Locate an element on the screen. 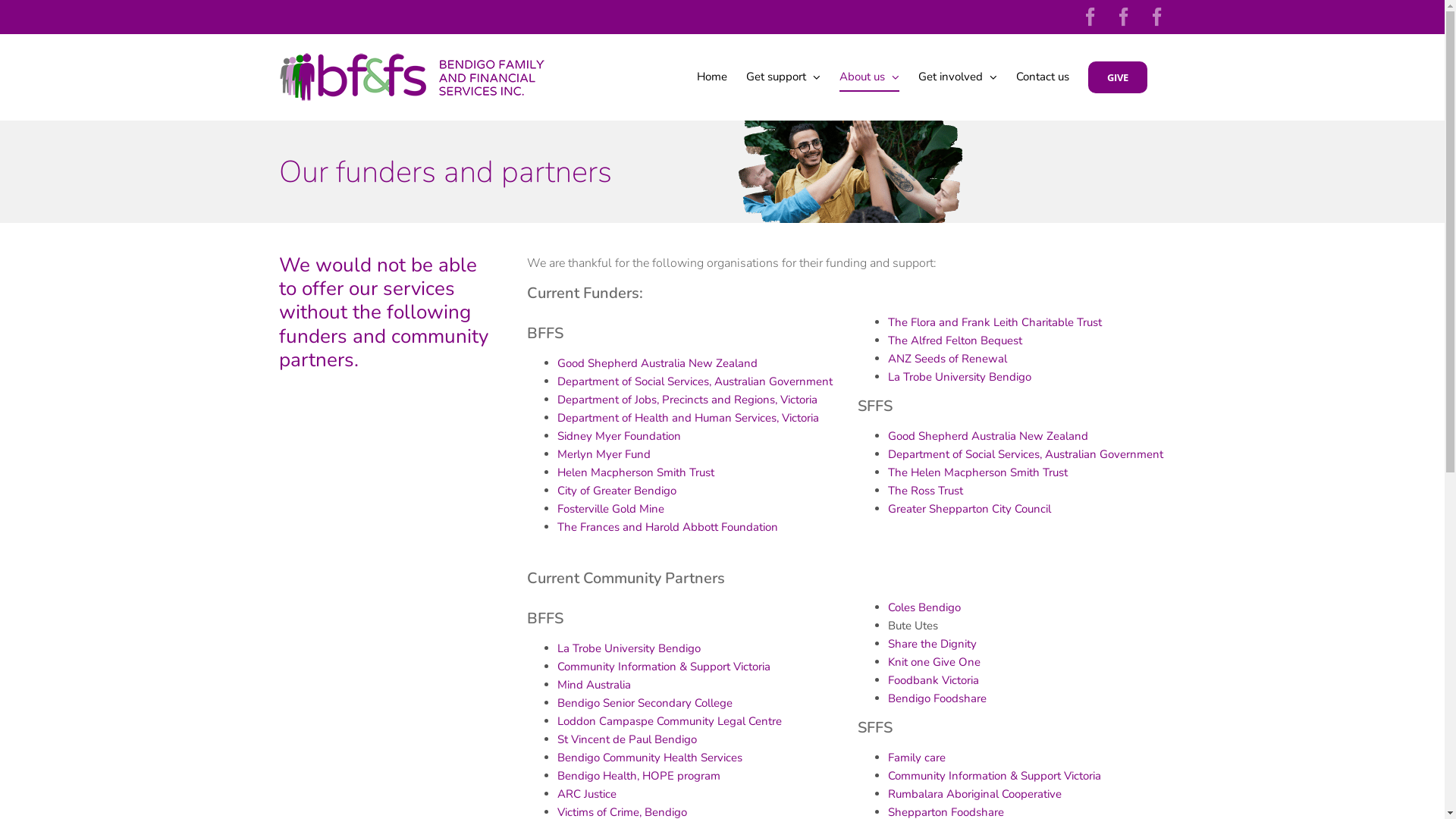 Image resolution: width=1456 pixels, height=819 pixels. 'The Helen Macpherson Smith Trust' is located at coordinates (888, 472).